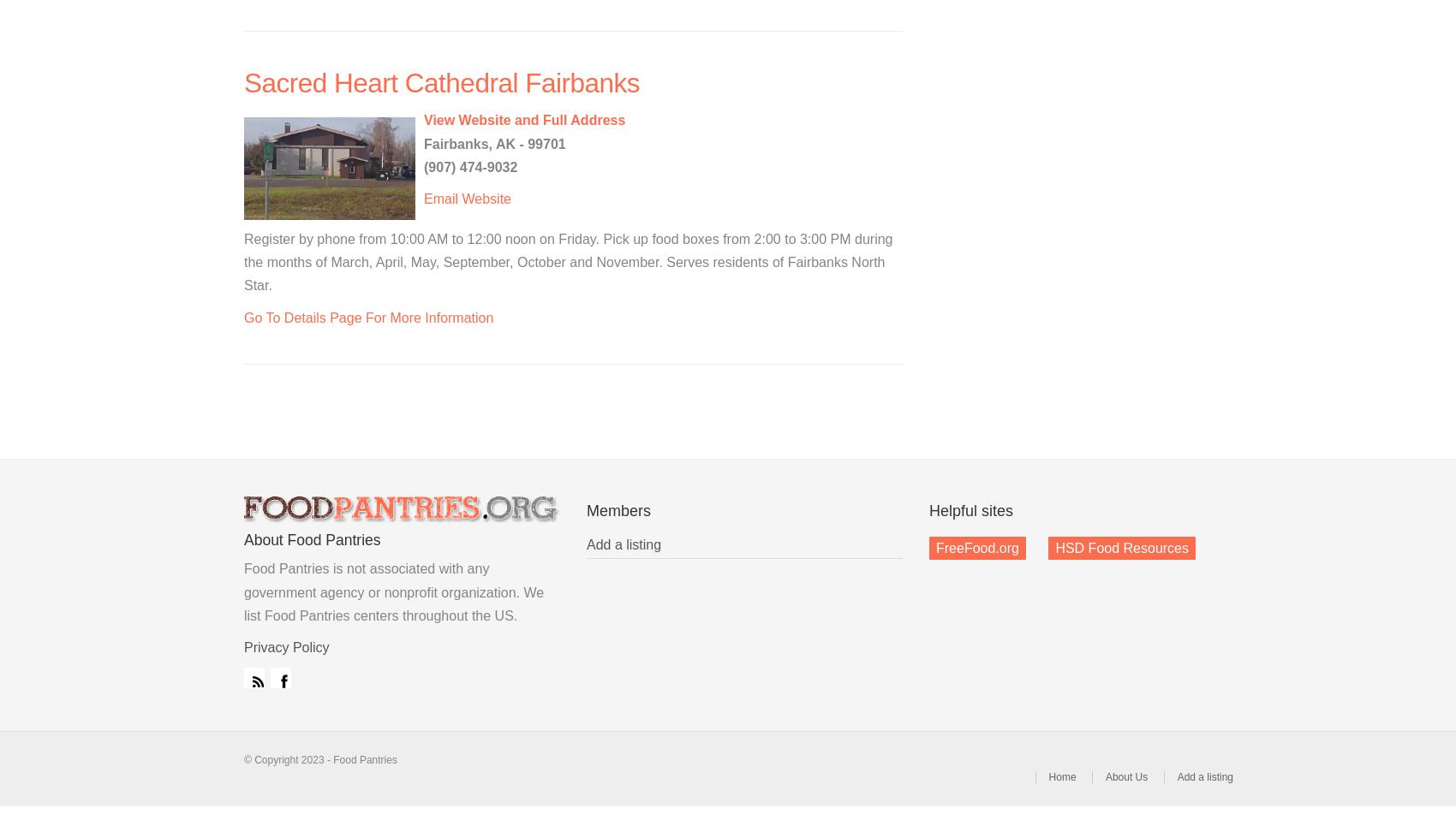 The height and width of the screenshot is (838, 1456). Describe the element at coordinates (311, 538) in the screenshot. I see `'About Food Pantries'` at that location.